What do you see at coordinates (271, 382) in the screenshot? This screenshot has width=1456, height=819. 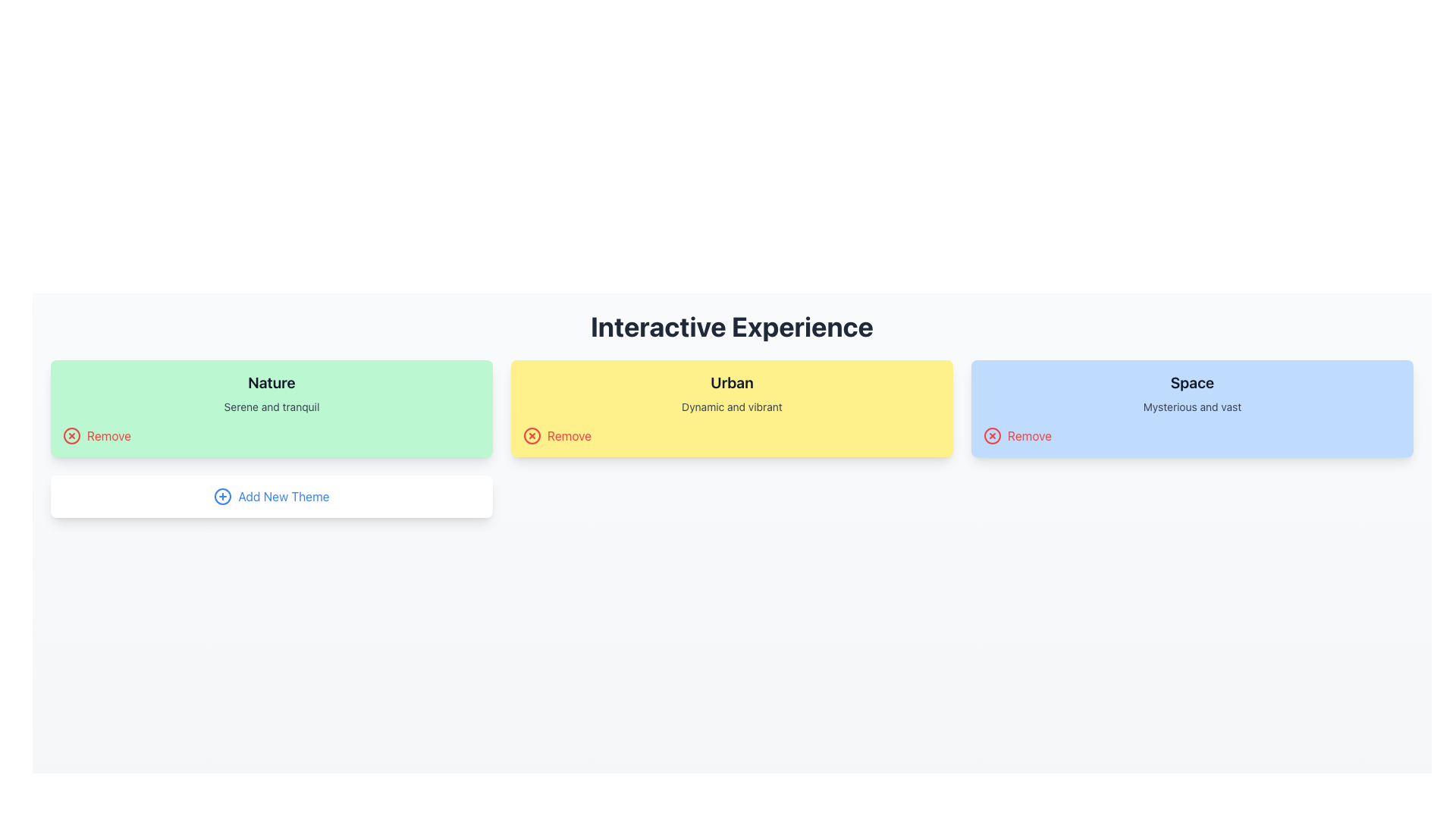 I see `the 'Nature' text label located at the top-center of the green card in the leftmost column, which serves as a title or header for the card` at bounding box center [271, 382].